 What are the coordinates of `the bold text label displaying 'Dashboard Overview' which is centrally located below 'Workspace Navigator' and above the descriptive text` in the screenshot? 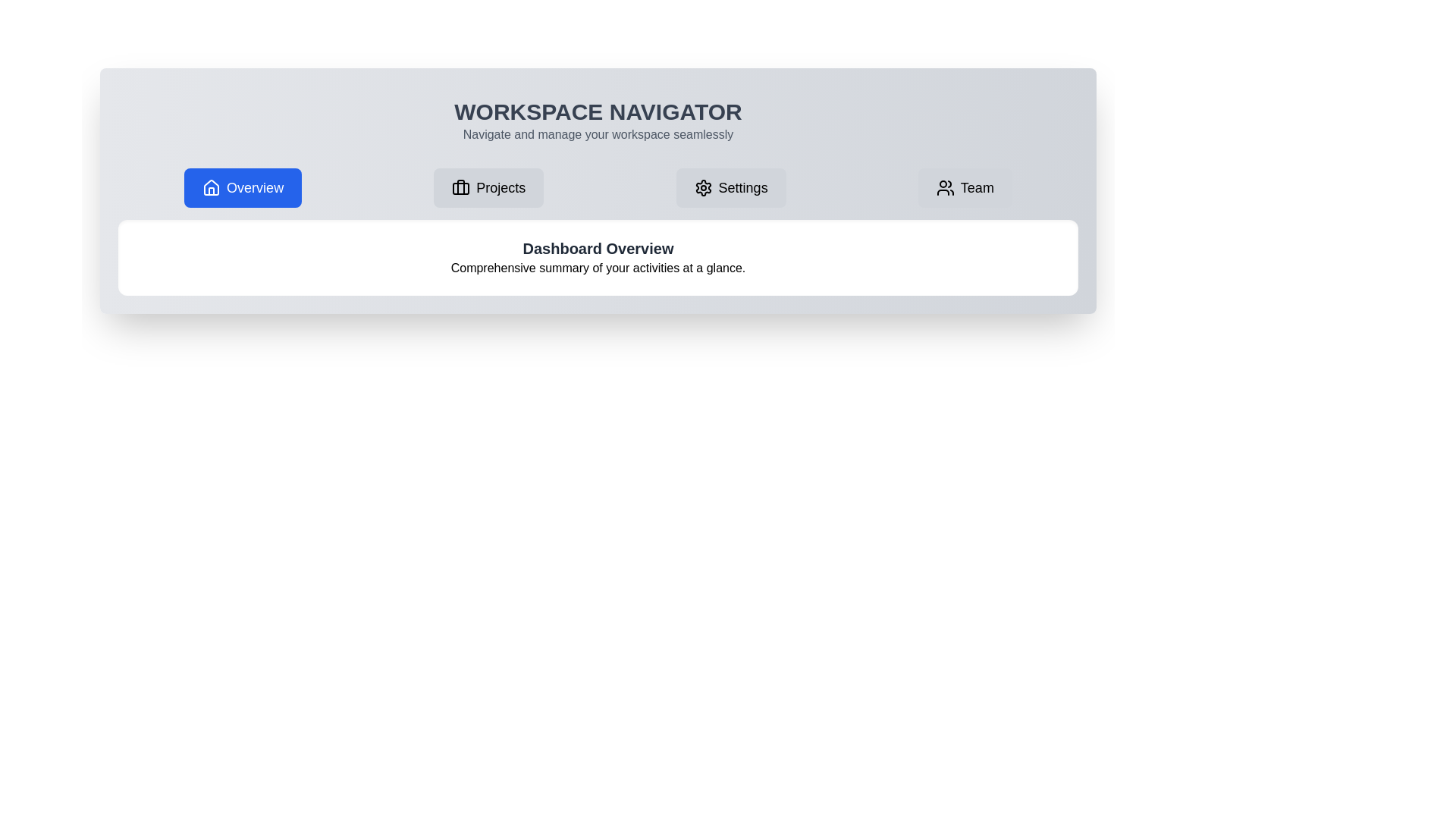 It's located at (597, 247).